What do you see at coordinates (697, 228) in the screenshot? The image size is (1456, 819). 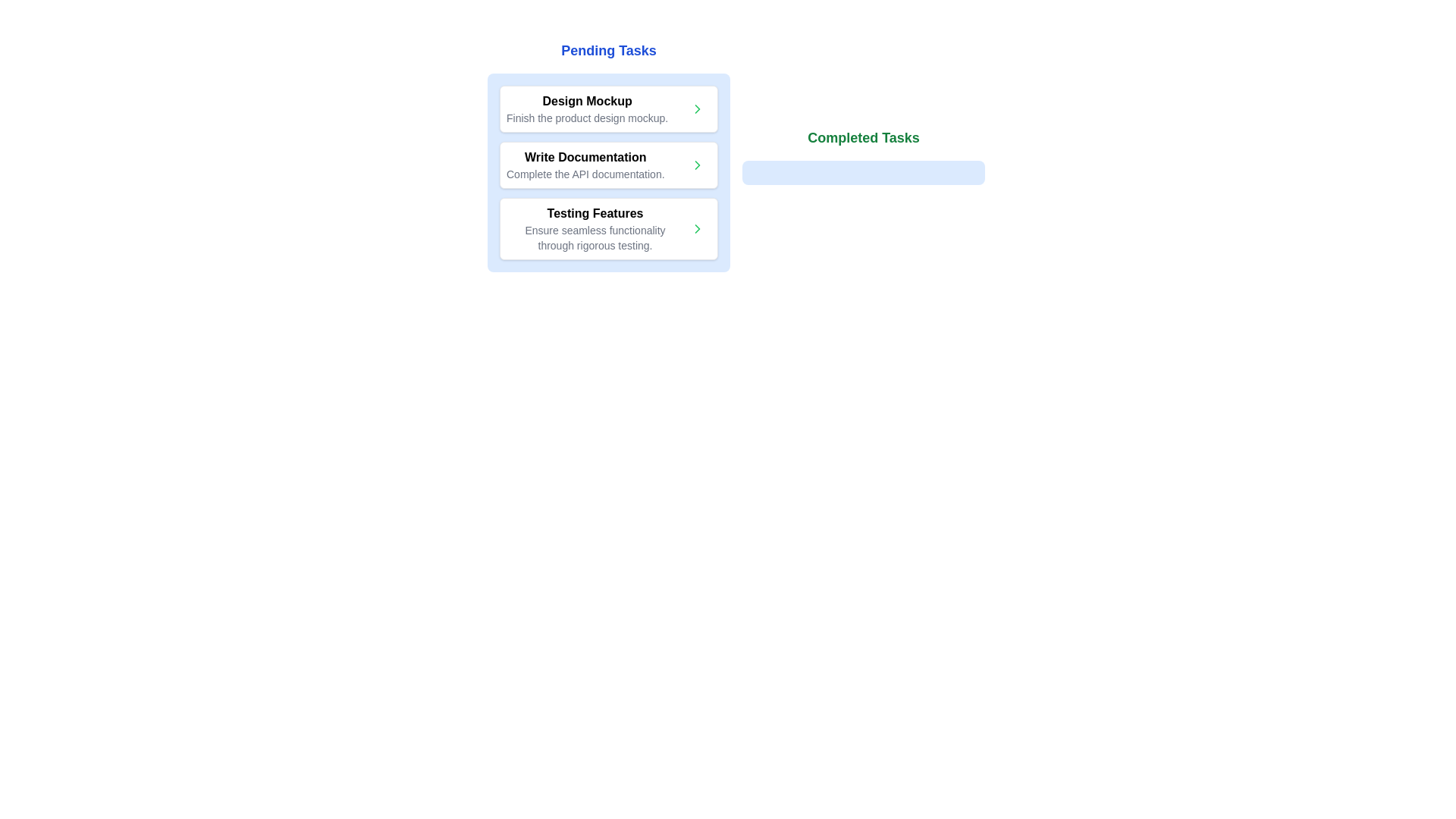 I see `green button with the right arrow icon next to the task 'Testing Features' in the pending tasks list` at bounding box center [697, 228].